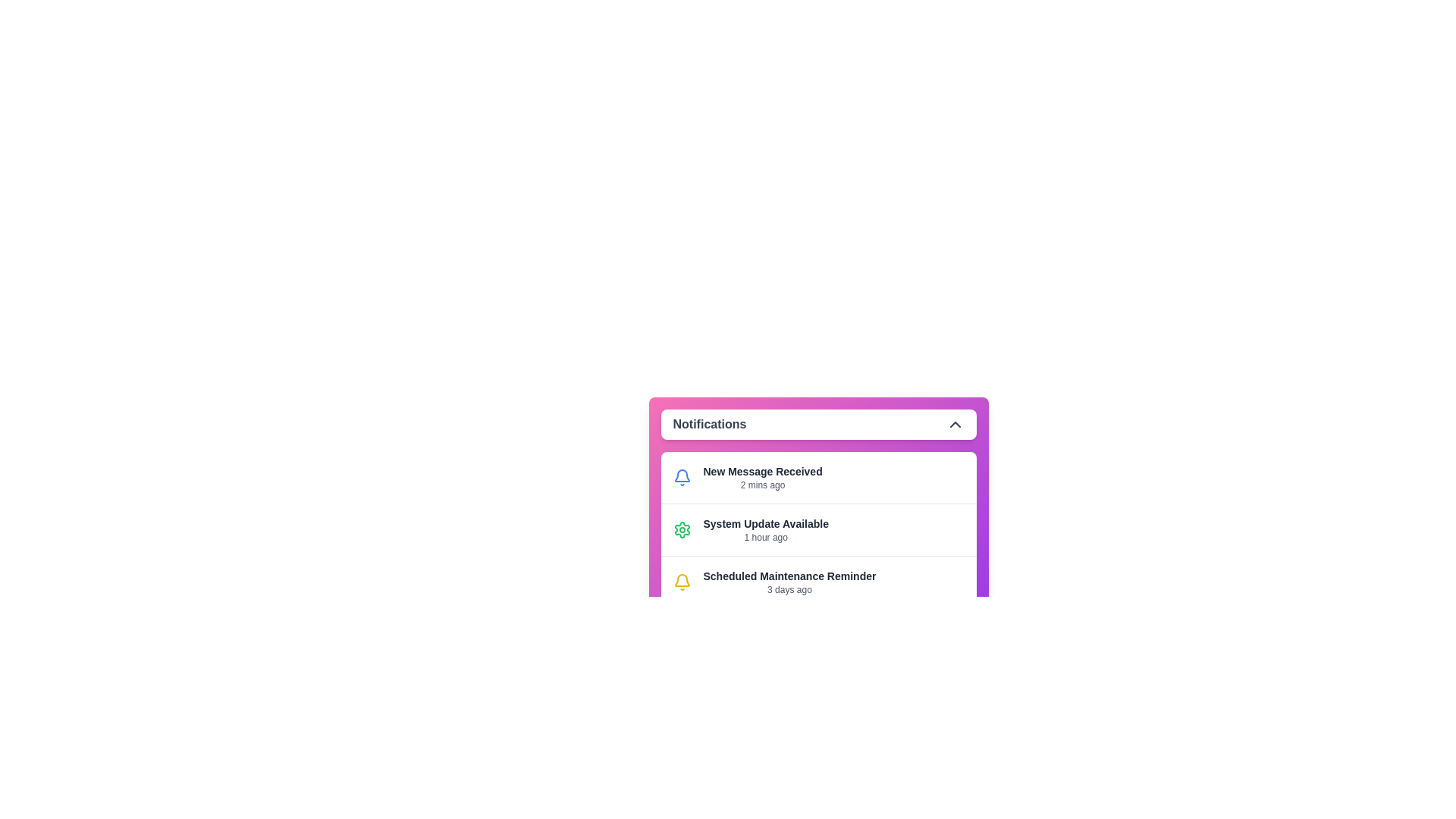 This screenshot has width=1456, height=819. Describe the element at coordinates (763, 470) in the screenshot. I see `text label displaying 'New Message Received' located at the top of the first entry in the notification list, which has a dark font color and is styled in bold` at that location.